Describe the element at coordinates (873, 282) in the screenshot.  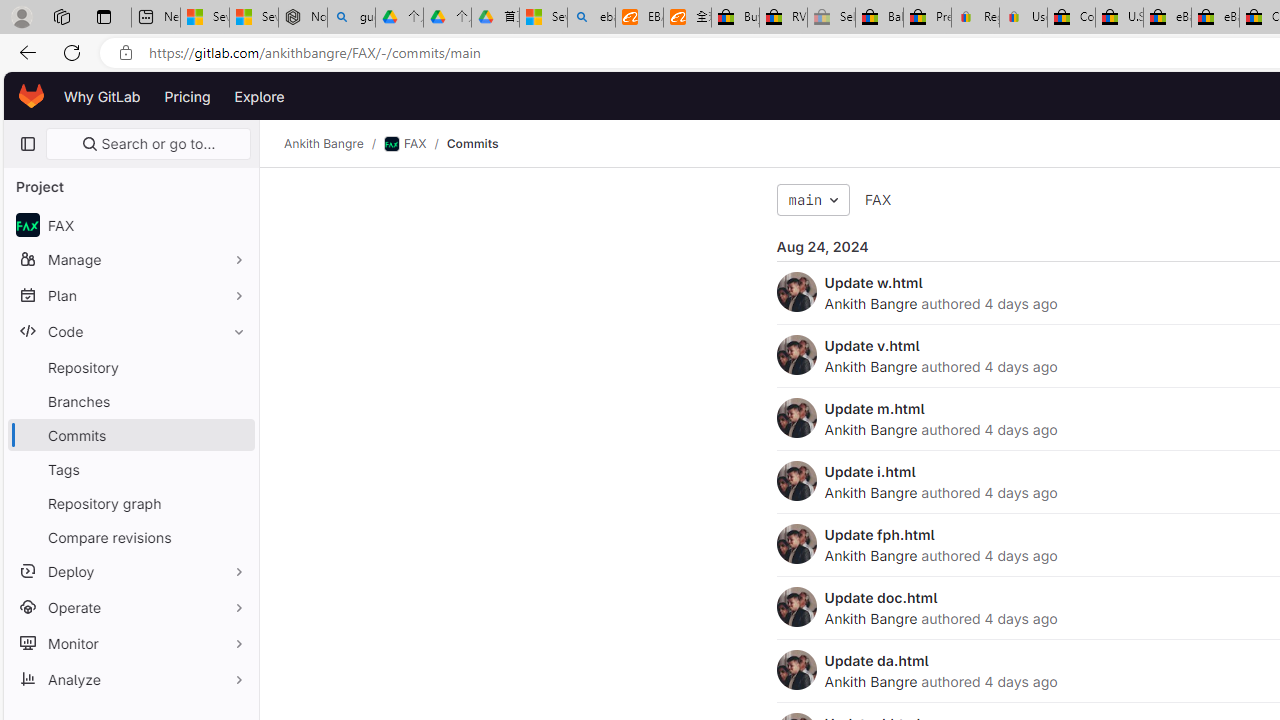
I see `'Update w.html'` at that location.